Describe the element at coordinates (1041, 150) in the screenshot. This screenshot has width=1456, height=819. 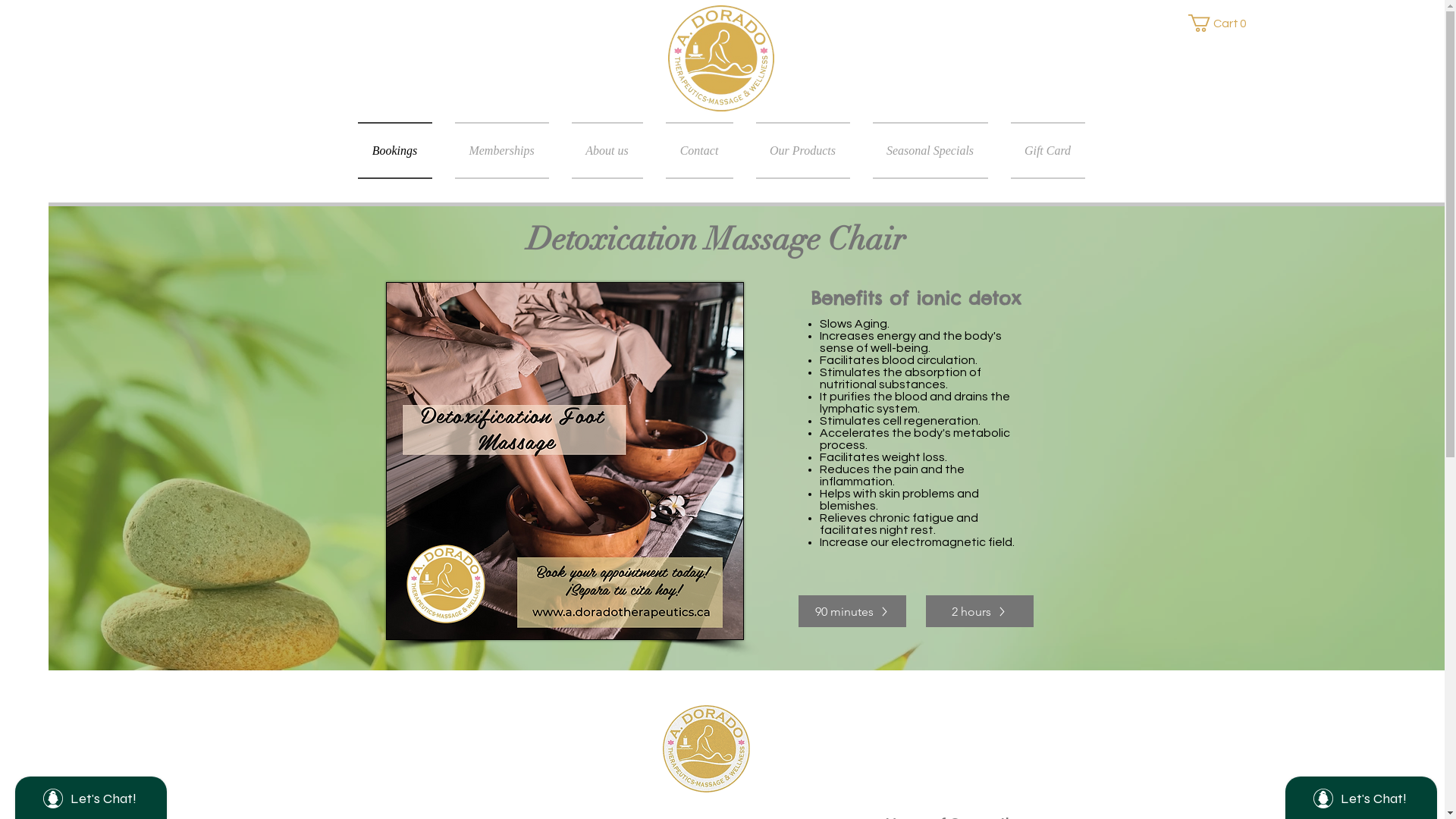
I see `'Gift Card'` at that location.